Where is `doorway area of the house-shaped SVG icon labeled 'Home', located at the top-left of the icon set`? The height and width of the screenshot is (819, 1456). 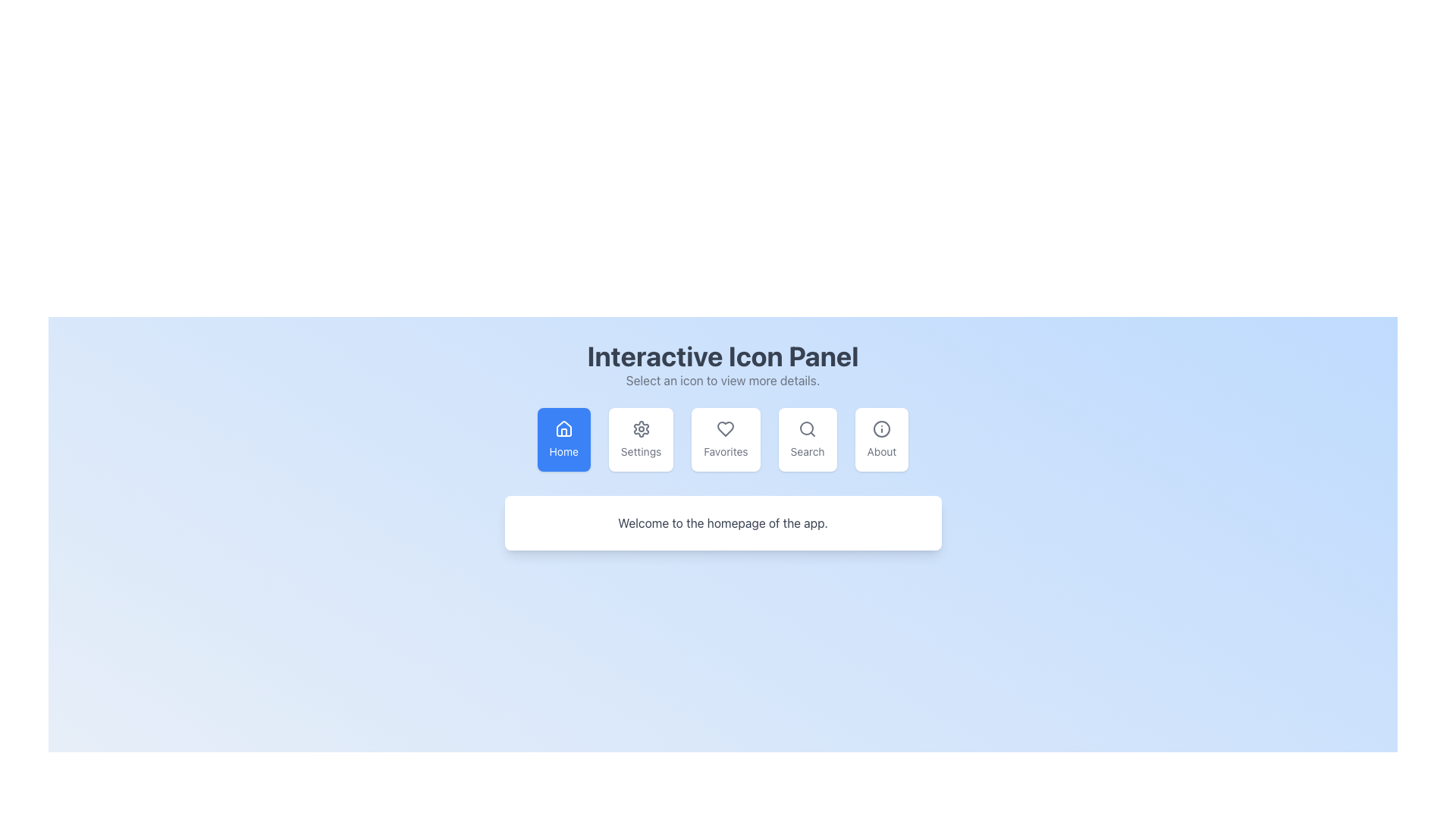
doorway area of the house-shaped SVG icon labeled 'Home', located at the top-left of the icon set is located at coordinates (563, 432).